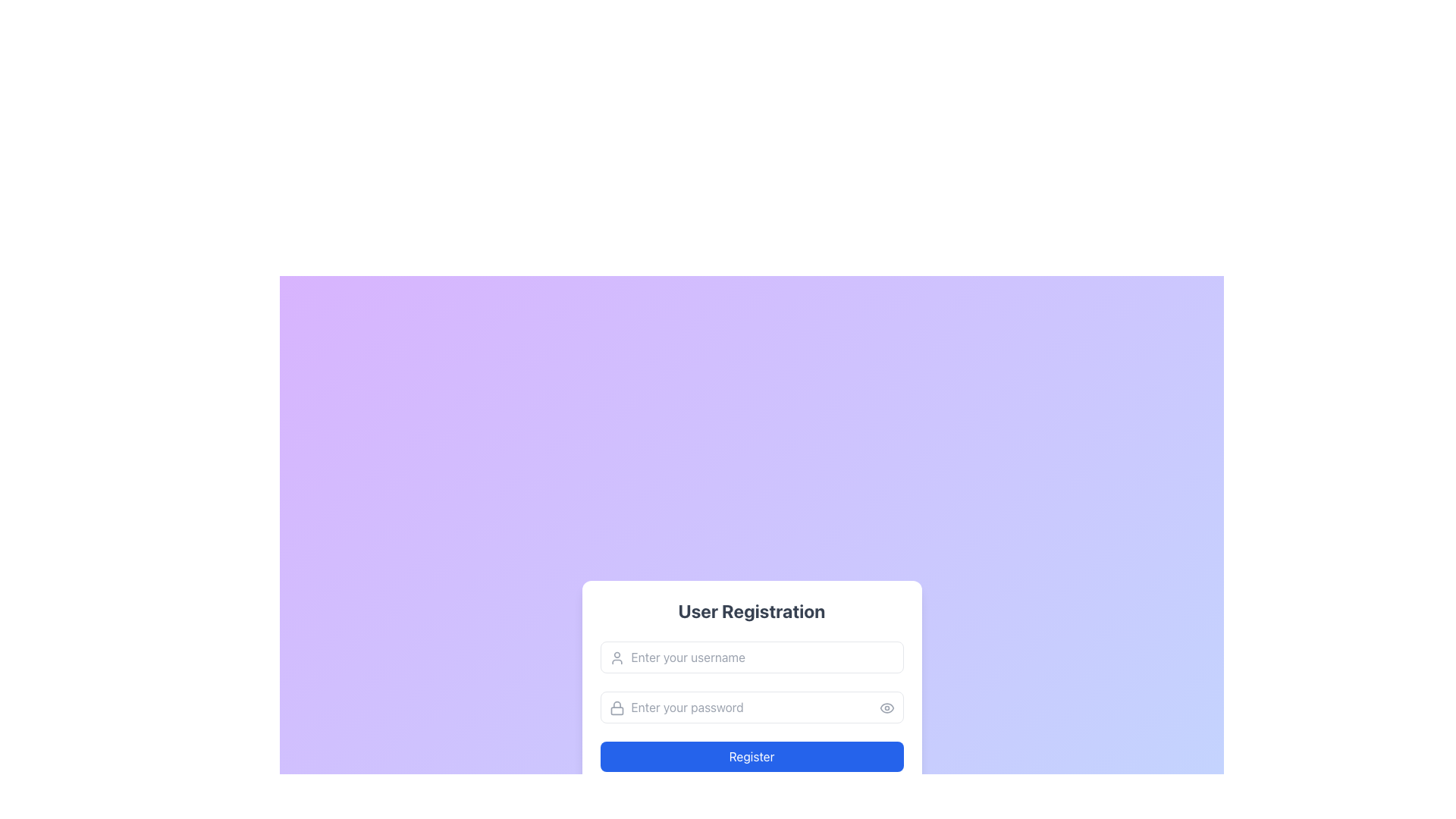 The height and width of the screenshot is (819, 1456). I want to click on the compact, circular button with an eye-shaped icon at the top-right corner of the password input field in the User Registration form, so click(886, 708).